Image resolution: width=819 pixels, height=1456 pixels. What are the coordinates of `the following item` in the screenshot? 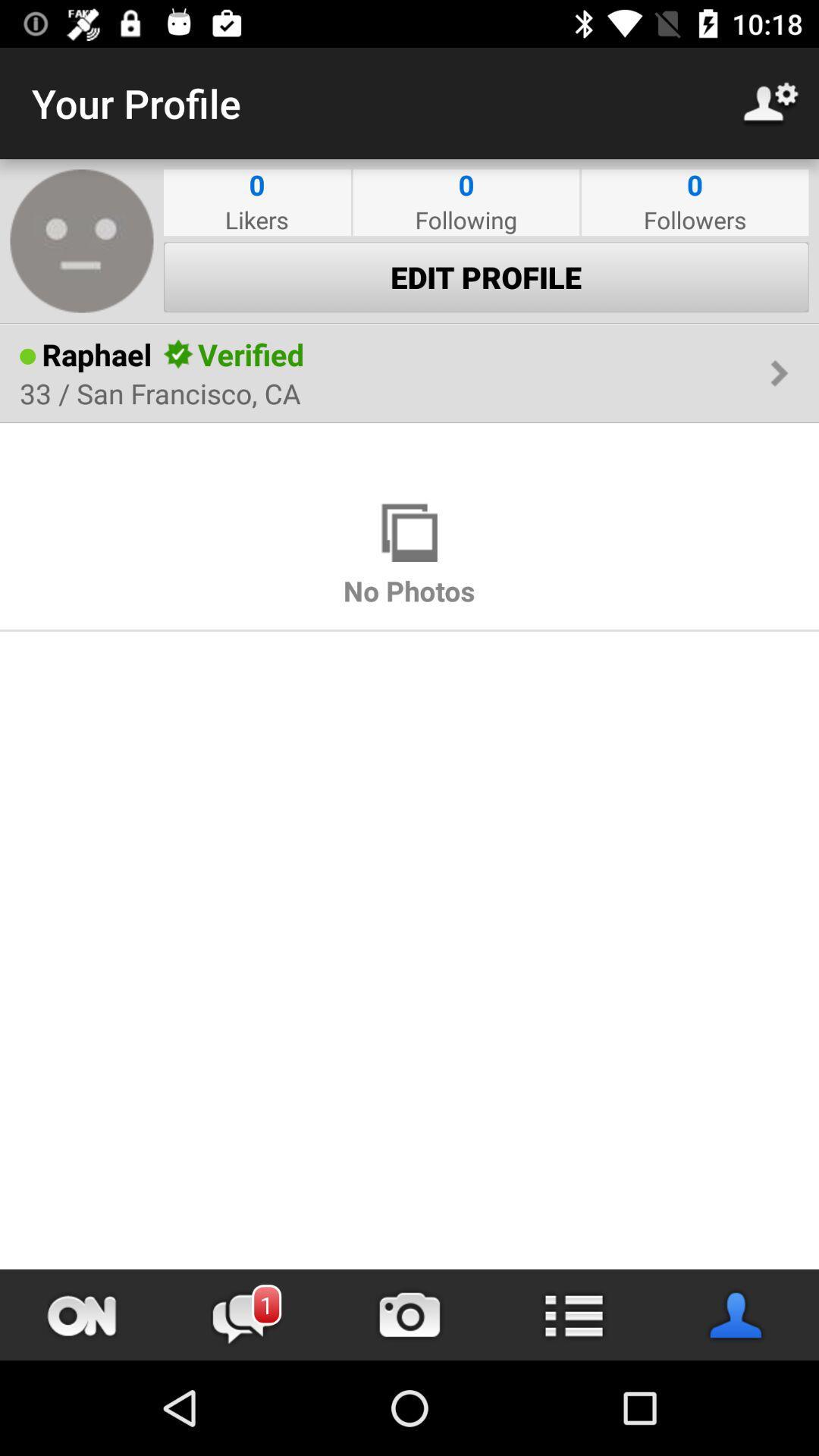 It's located at (465, 218).